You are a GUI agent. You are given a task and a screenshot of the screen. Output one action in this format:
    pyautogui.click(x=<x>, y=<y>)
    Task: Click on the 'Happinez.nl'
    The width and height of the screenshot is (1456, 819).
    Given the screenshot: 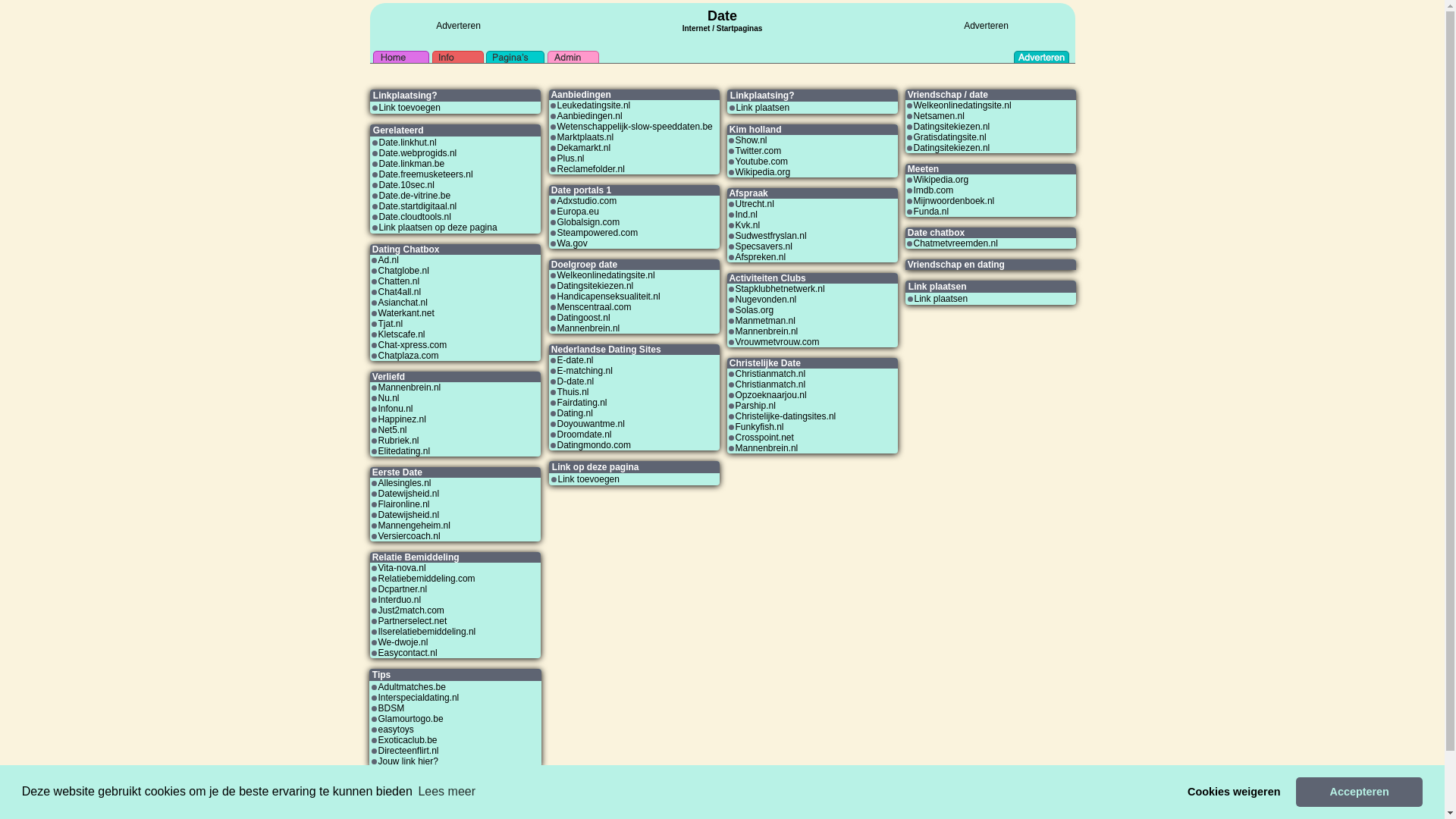 What is the action you would take?
    pyautogui.click(x=401, y=419)
    